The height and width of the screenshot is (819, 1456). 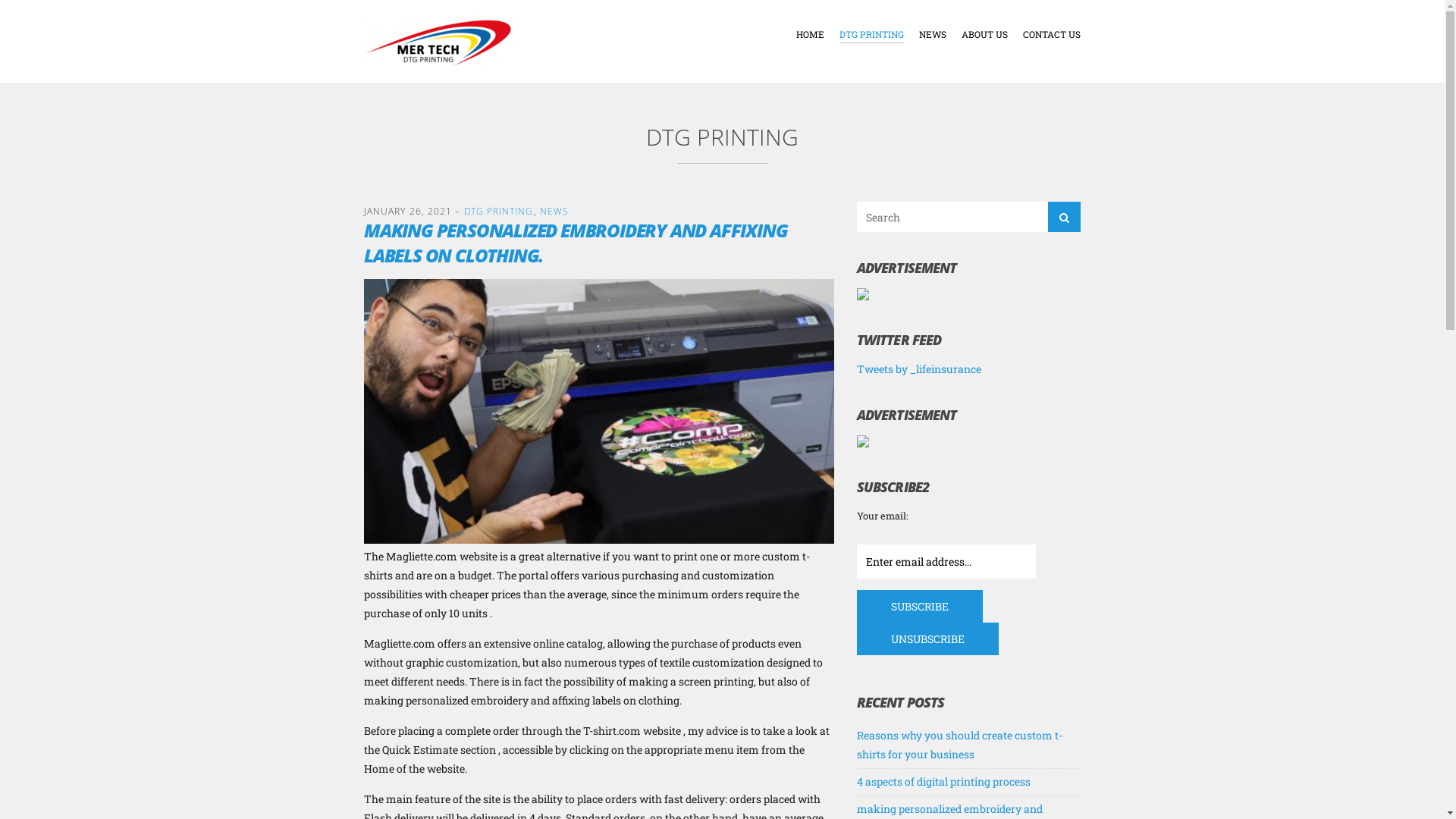 What do you see at coordinates (871, 34) in the screenshot?
I see `'DTG PRINTING'` at bounding box center [871, 34].